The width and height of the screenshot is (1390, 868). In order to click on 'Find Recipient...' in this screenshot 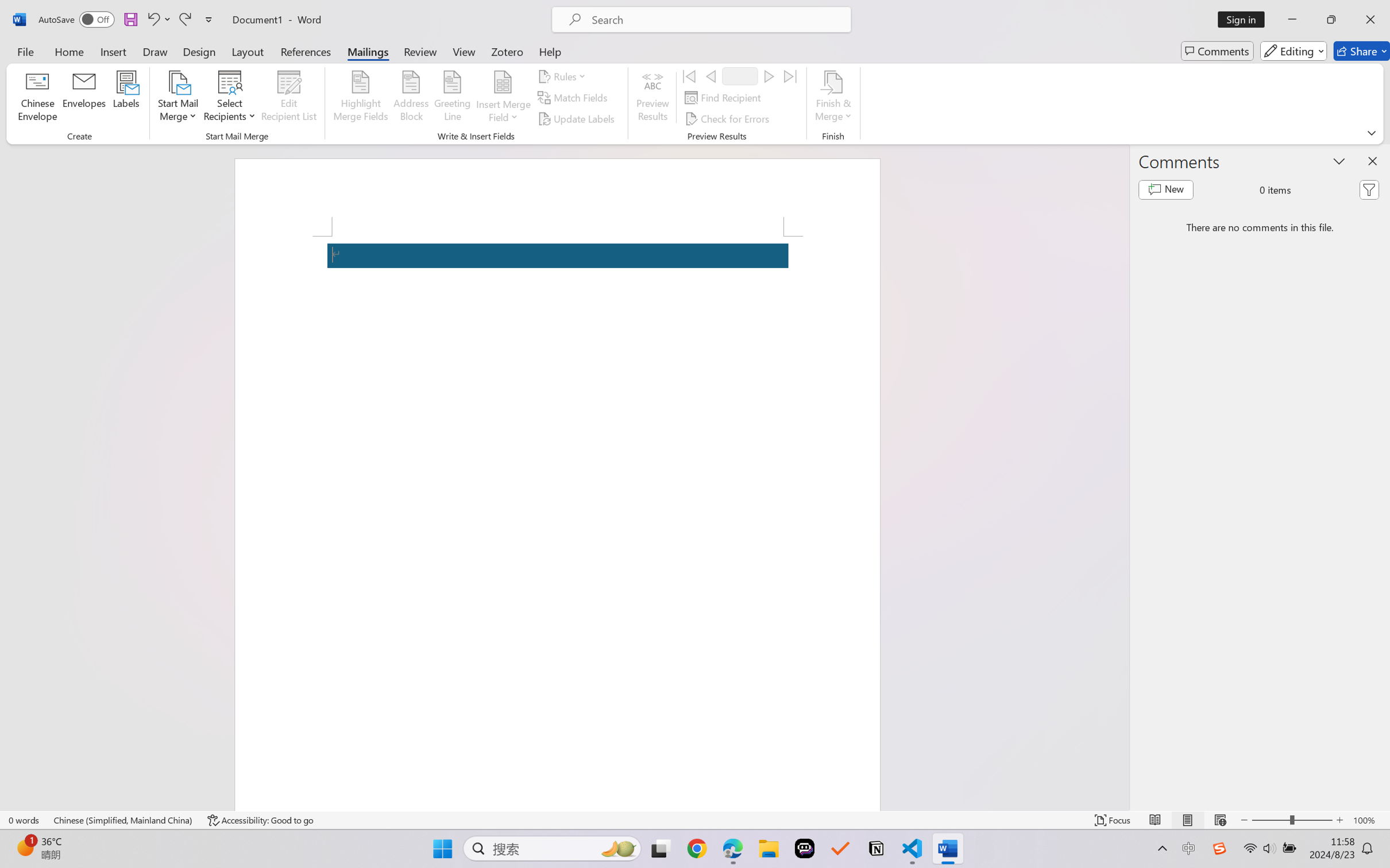, I will do `click(723, 98)`.